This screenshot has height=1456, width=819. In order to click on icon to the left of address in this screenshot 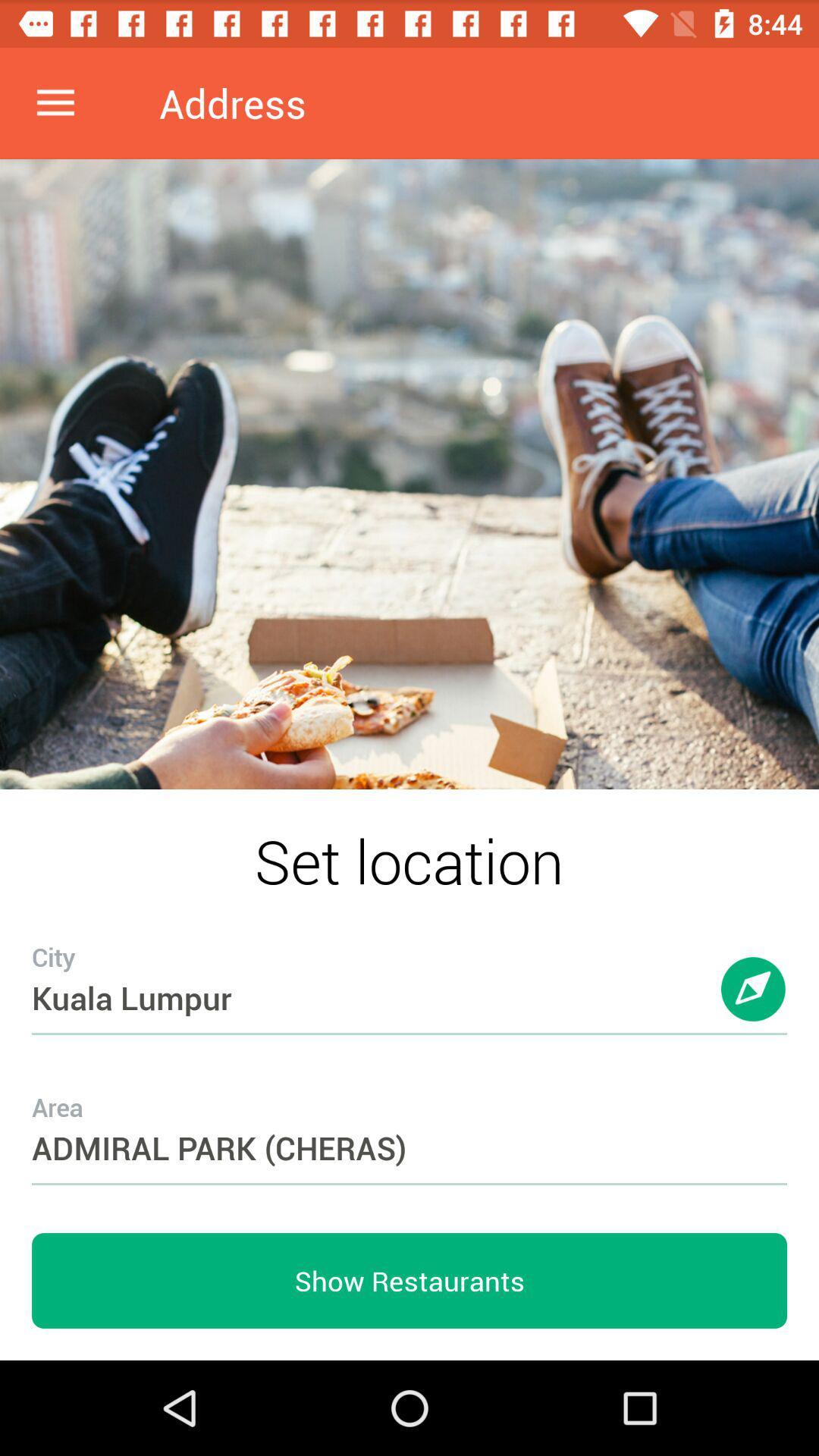, I will do `click(55, 102)`.